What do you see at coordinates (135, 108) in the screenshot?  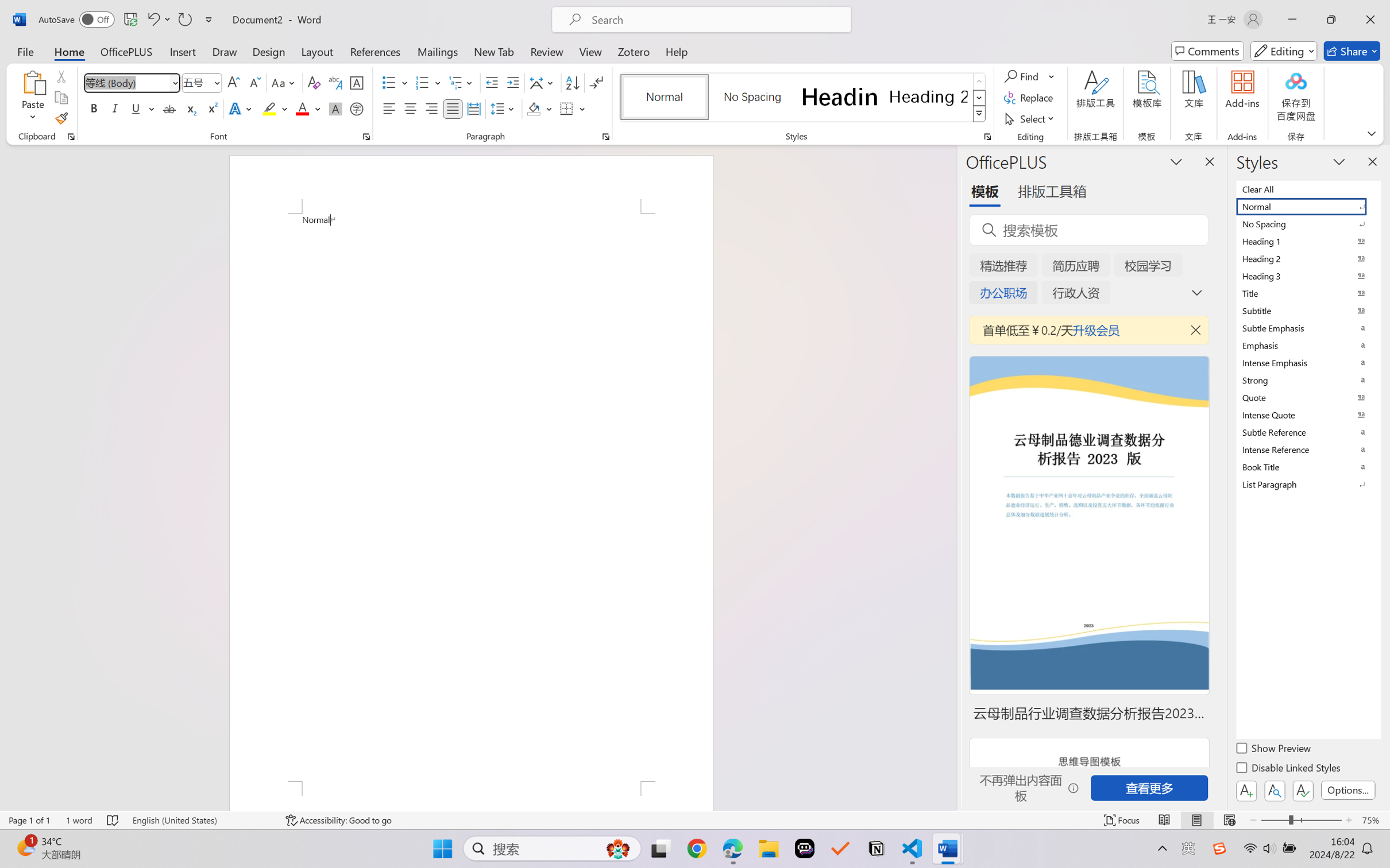 I see `'Underline'` at bounding box center [135, 108].